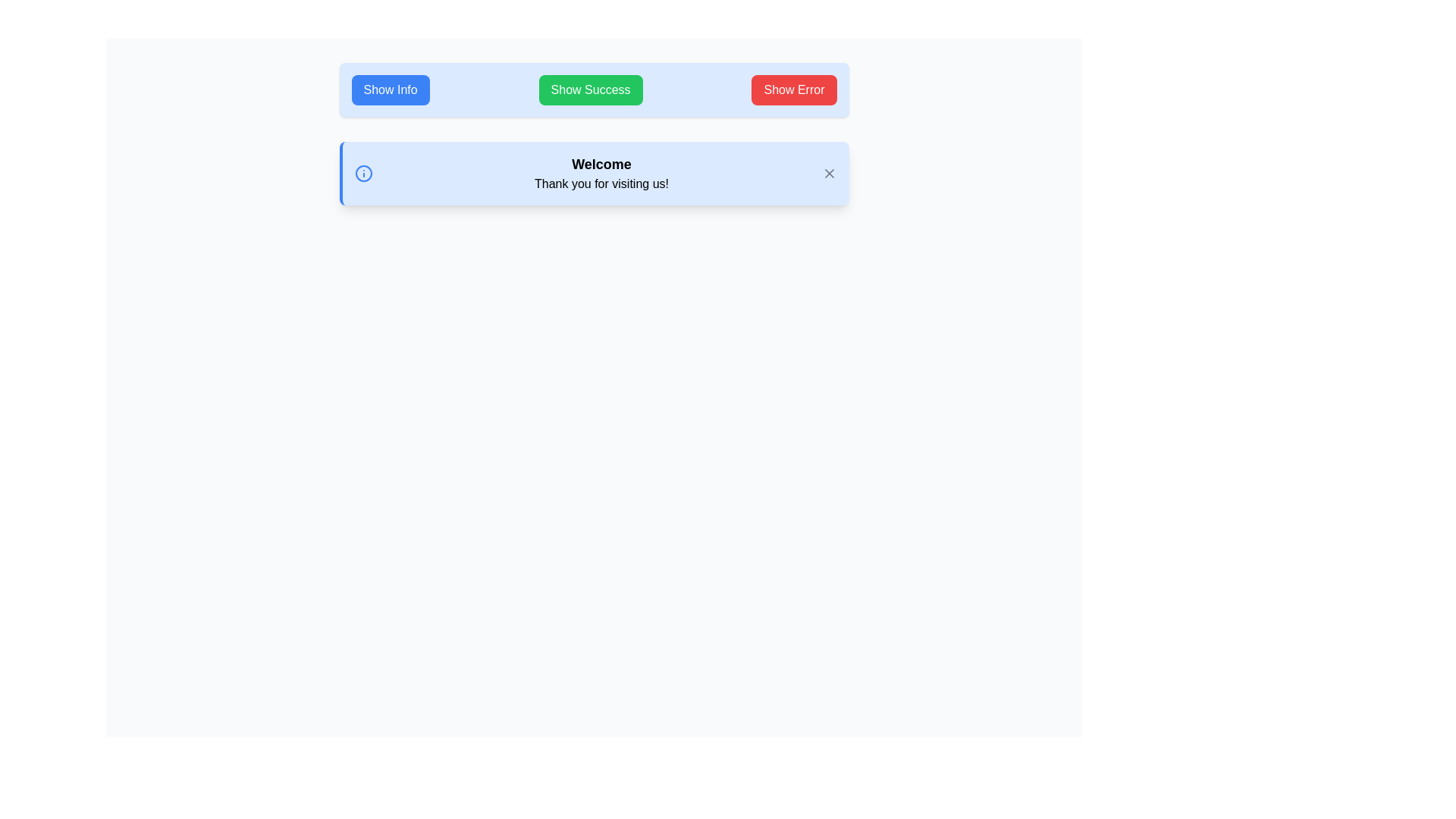 This screenshot has width=1456, height=819. What do you see at coordinates (828, 172) in the screenshot?
I see `the close button located at the top-right corner of the notification box` at bounding box center [828, 172].